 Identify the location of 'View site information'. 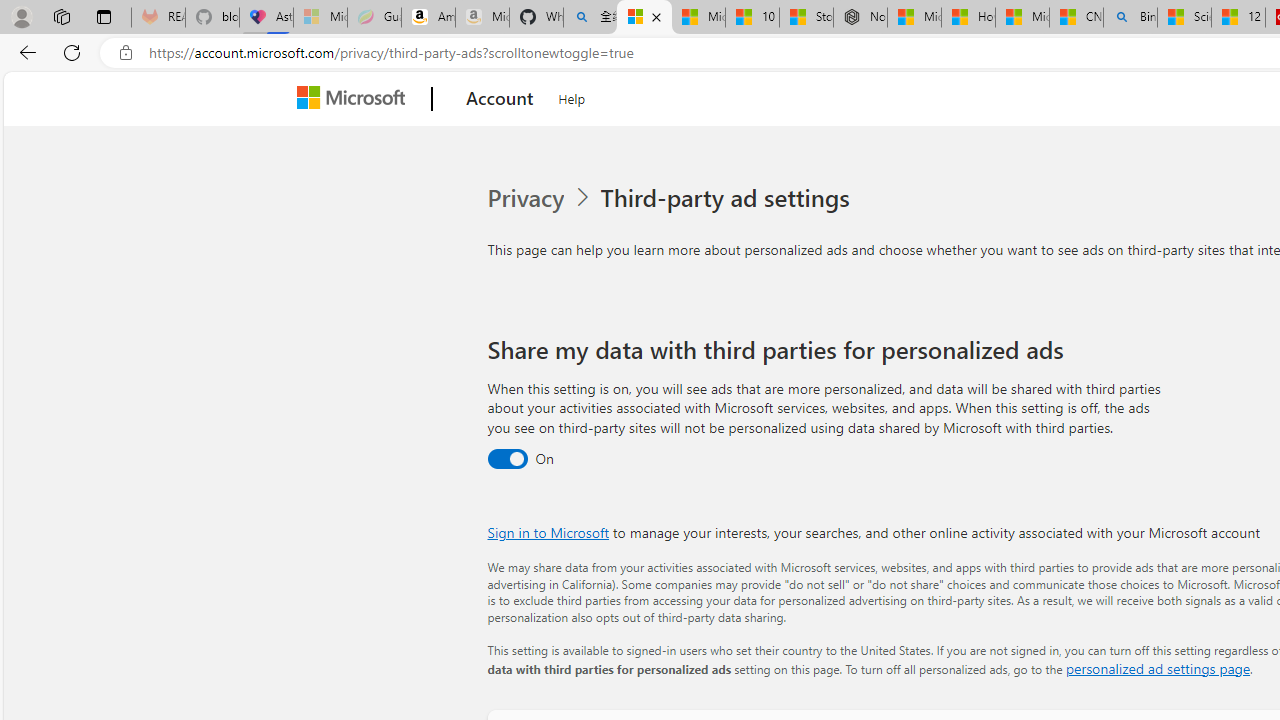
(125, 52).